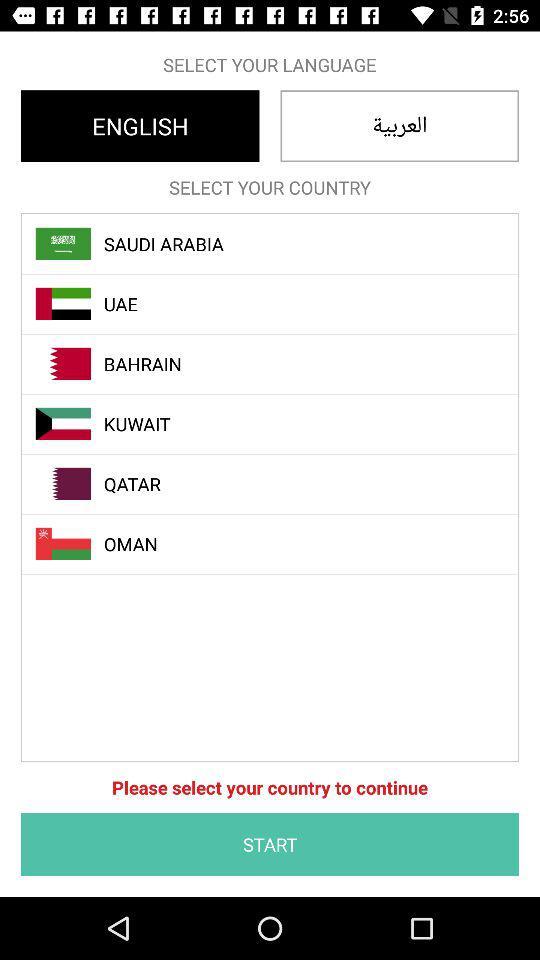 The height and width of the screenshot is (960, 540). I want to click on english, so click(139, 125).